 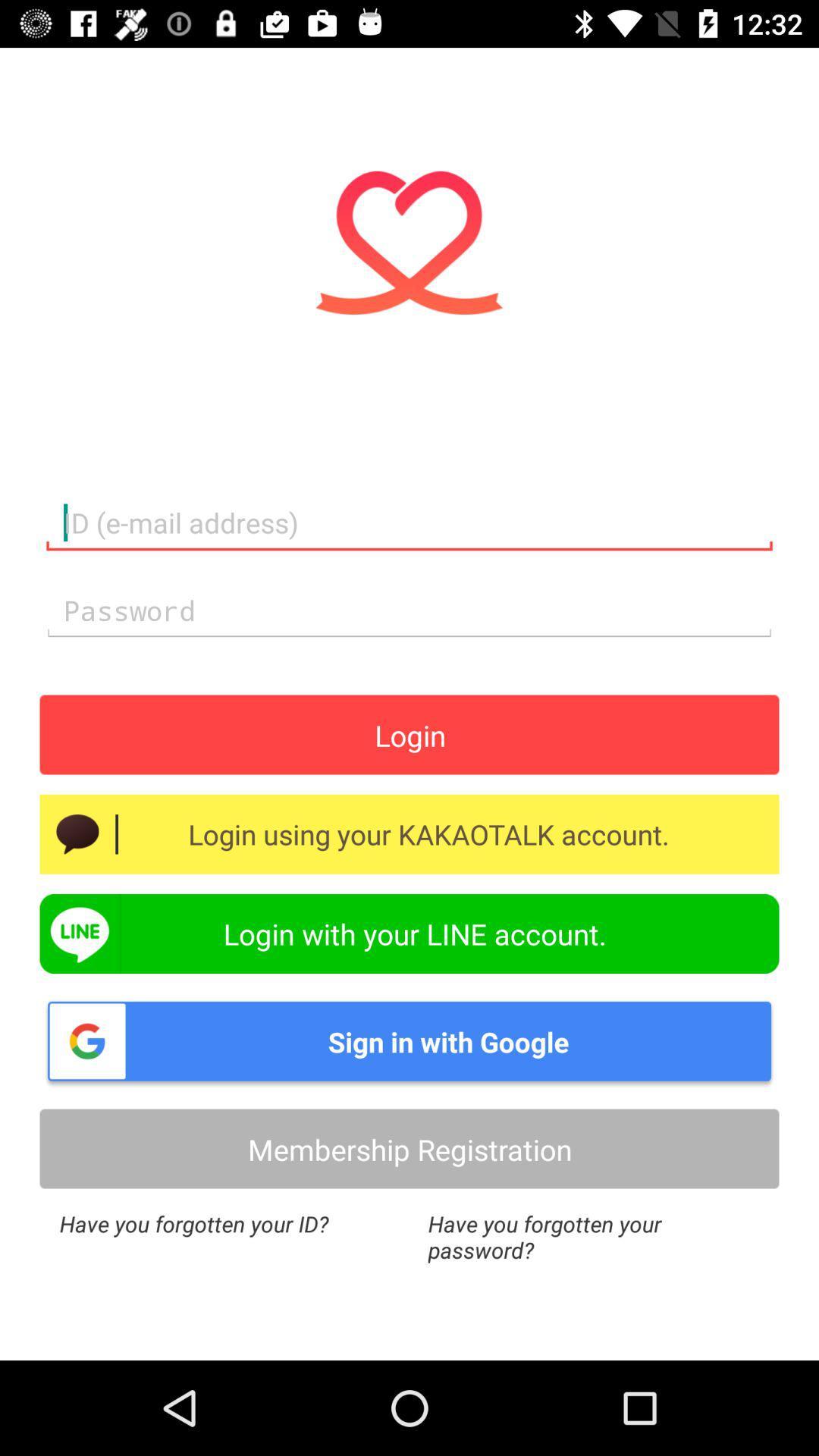 What do you see at coordinates (409, 1040) in the screenshot?
I see `the icon below login with your item` at bounding box center [409, 1040].